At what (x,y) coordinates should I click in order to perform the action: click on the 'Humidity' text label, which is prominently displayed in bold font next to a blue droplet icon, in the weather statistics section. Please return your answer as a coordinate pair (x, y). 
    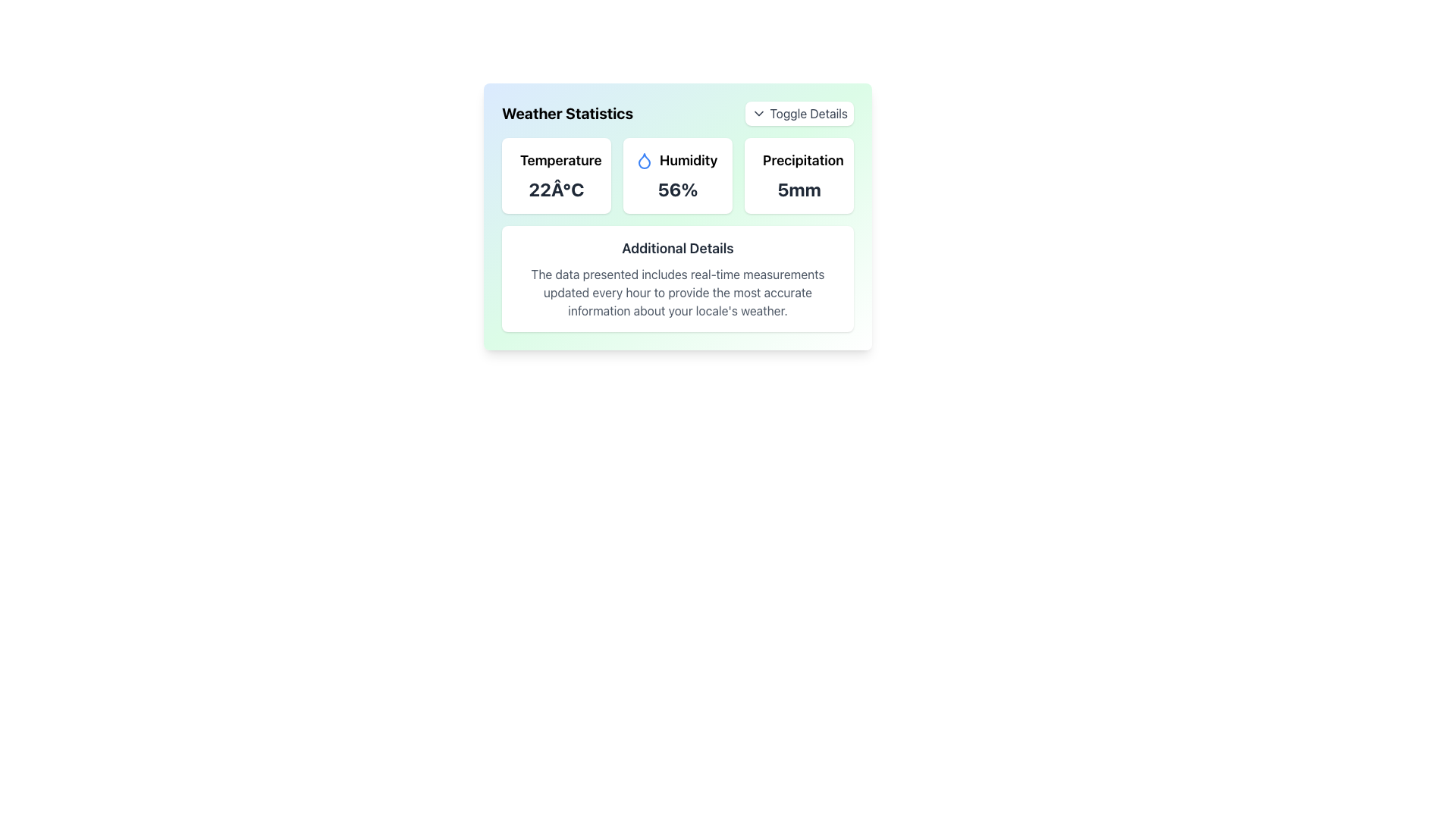
    Looking at the image, I should click on (688, 161).